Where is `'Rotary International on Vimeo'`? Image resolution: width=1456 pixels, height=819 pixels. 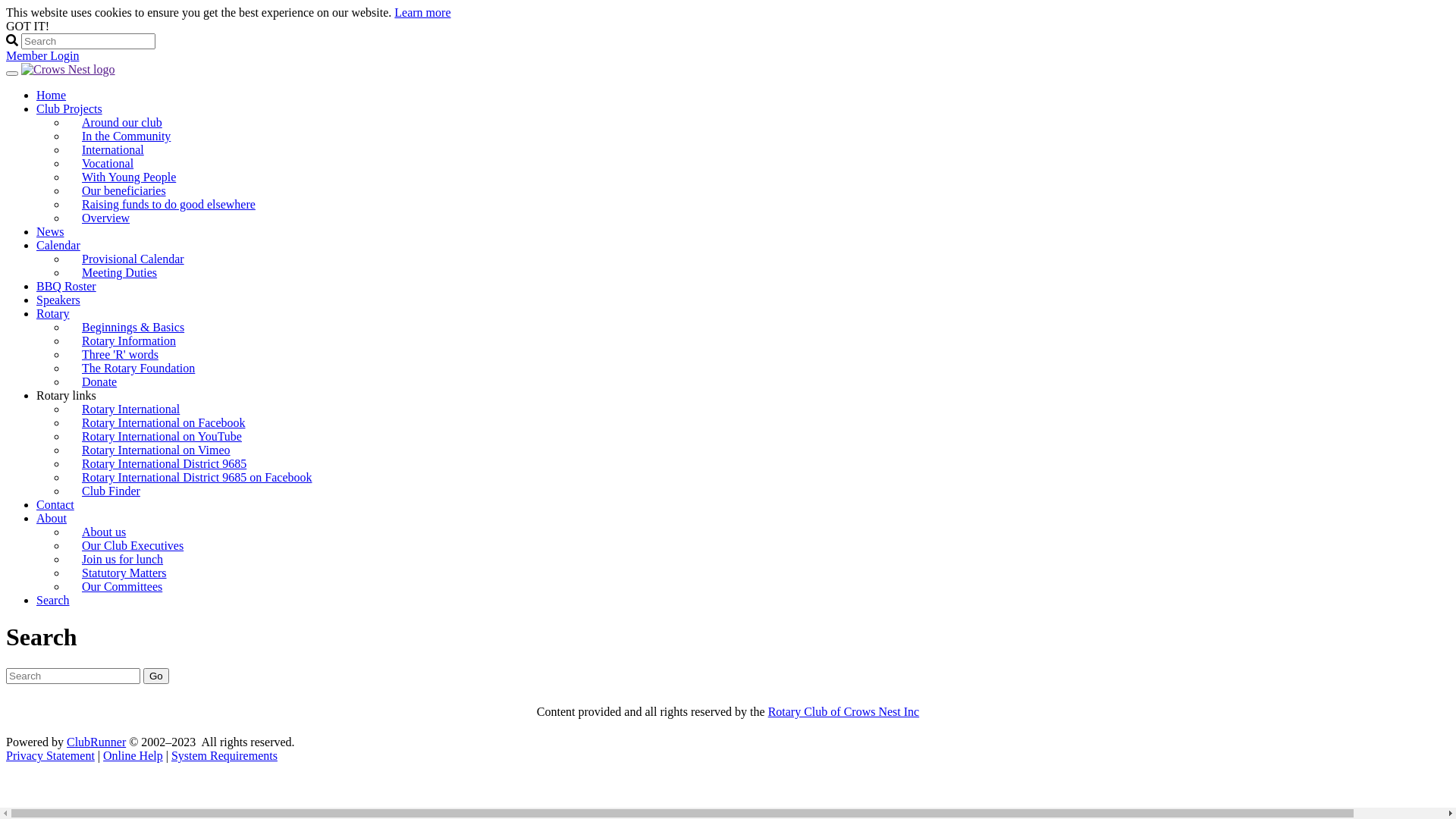 'Rotary International on Vimeo' is located at coordinates (156, 449).